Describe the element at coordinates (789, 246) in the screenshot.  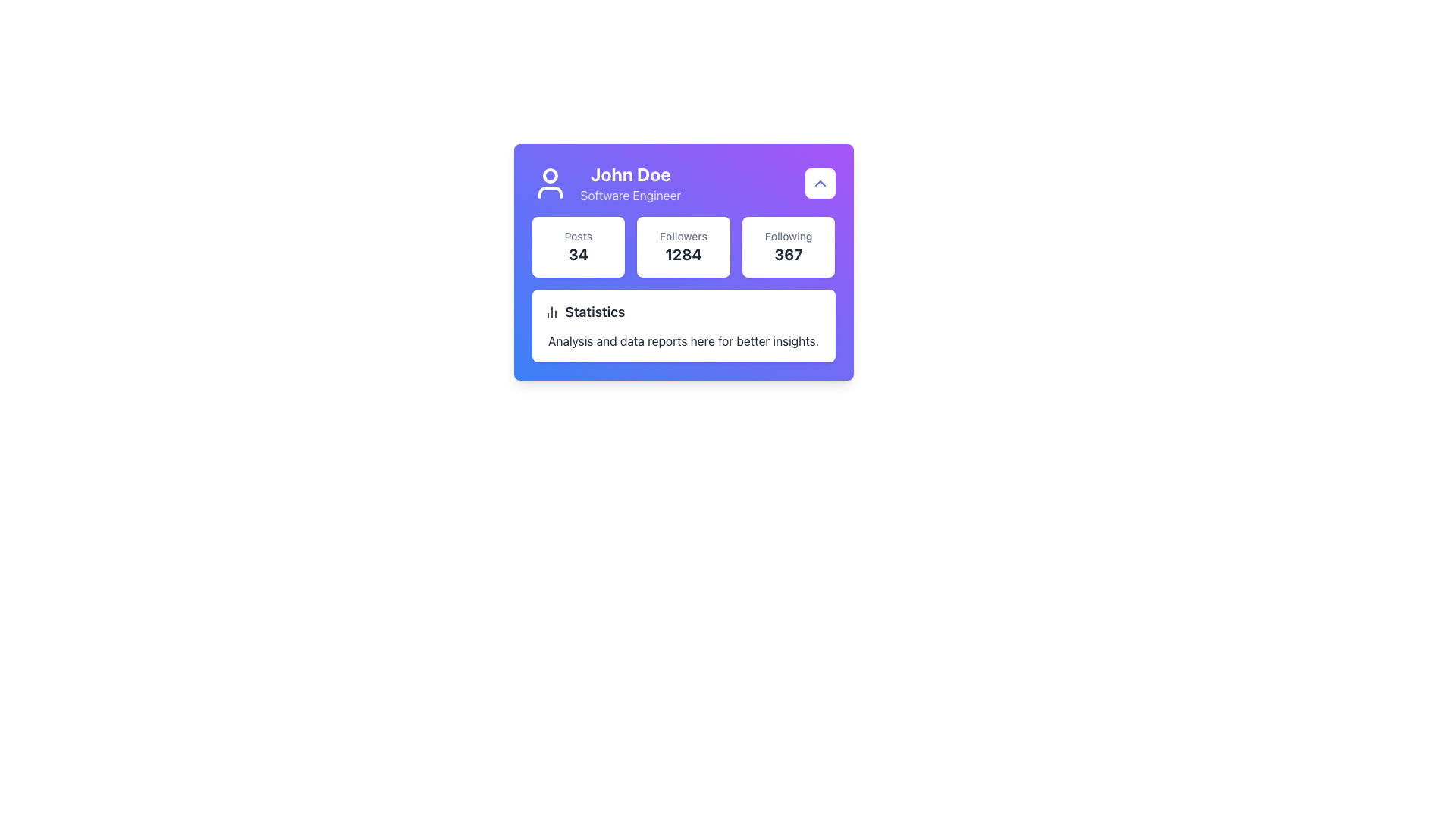
I see `the Informational card displaying 'Following' and '367', which is the third card in a row of three, positioned to the far right with a white background and rounded corners` at that location.